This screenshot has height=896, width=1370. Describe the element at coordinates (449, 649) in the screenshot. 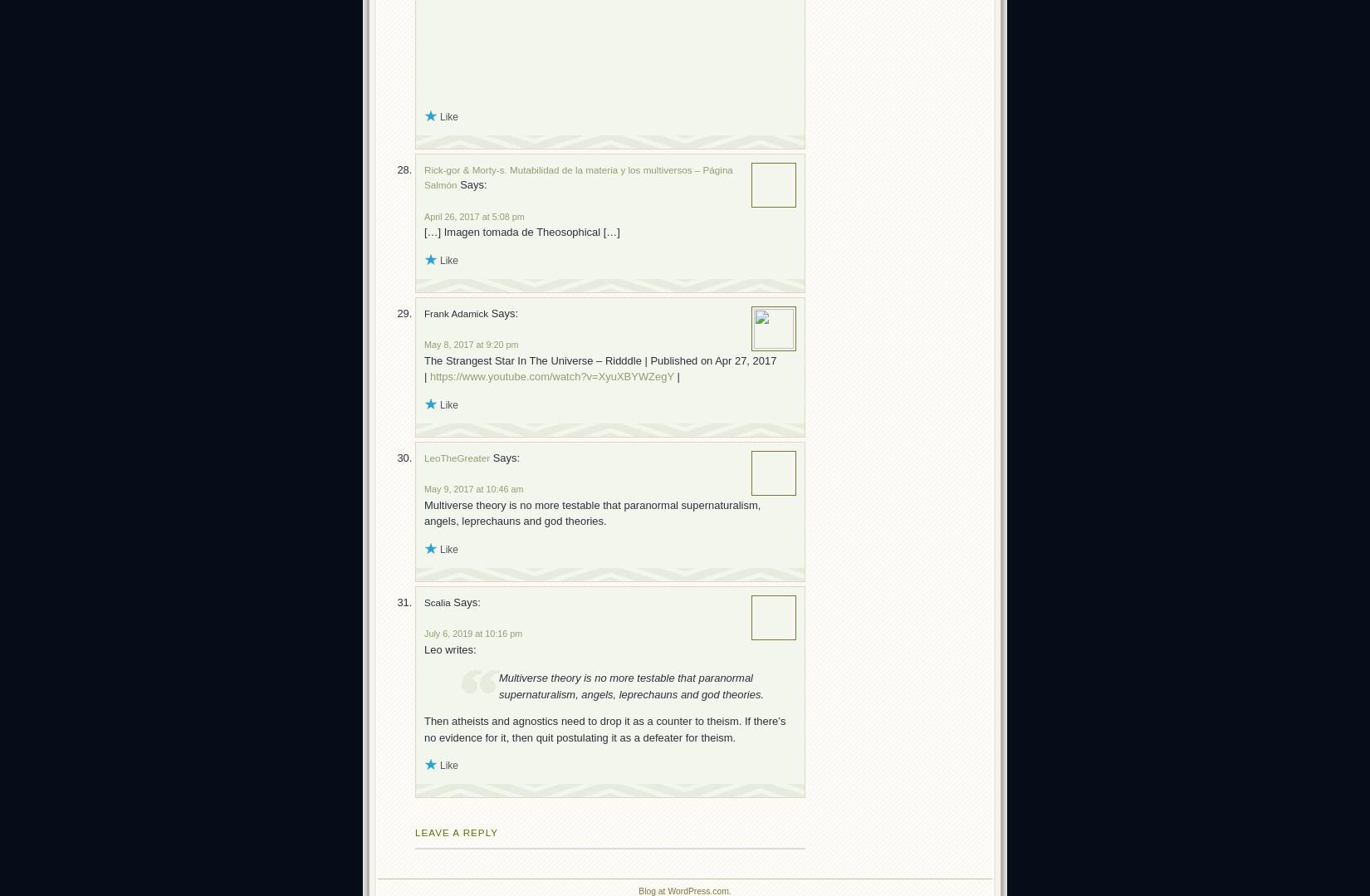

I see `'Leo writes:'` at that location.